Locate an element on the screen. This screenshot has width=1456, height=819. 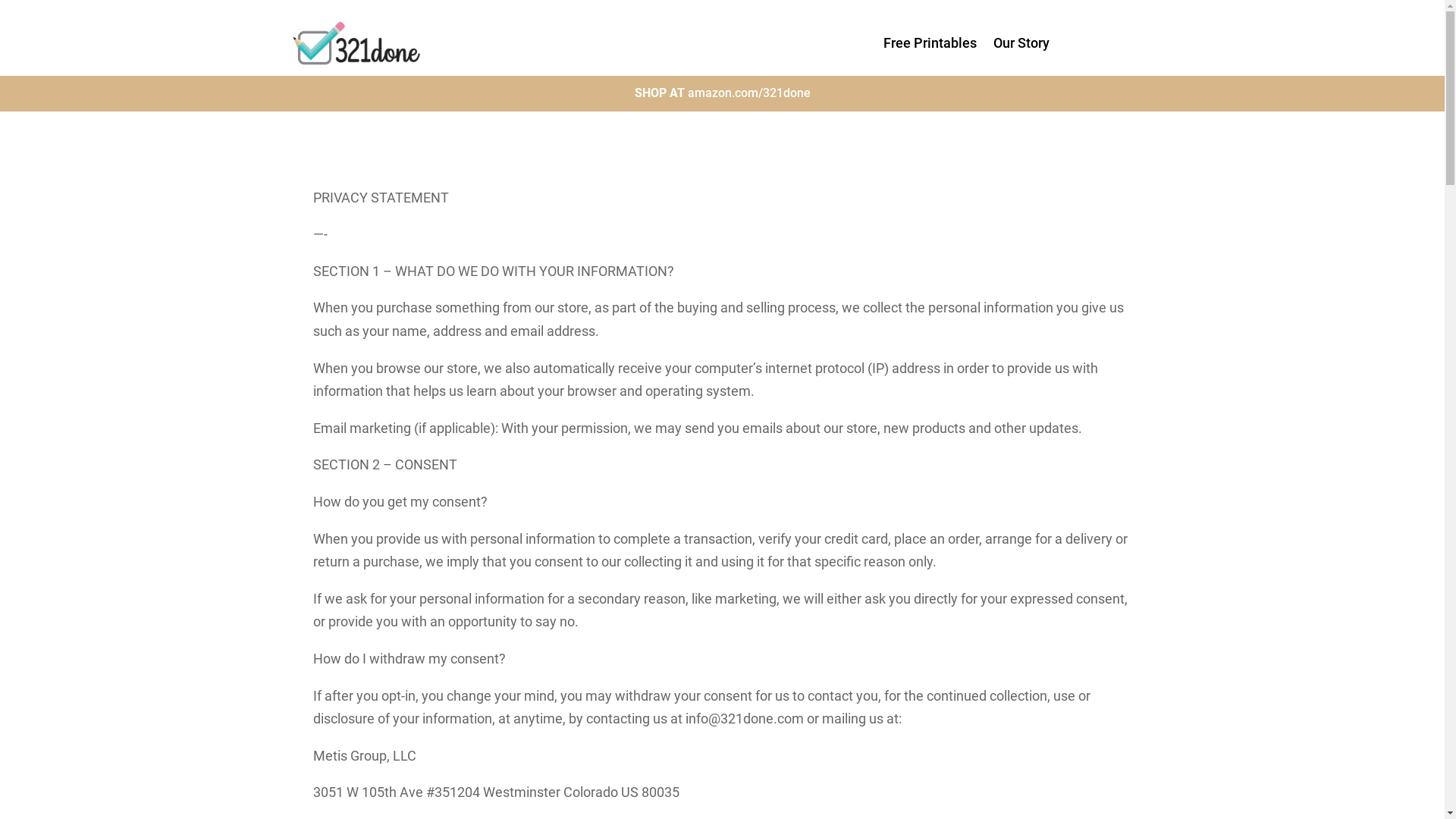
'Free Printables' is located at coordinates (929, 45).